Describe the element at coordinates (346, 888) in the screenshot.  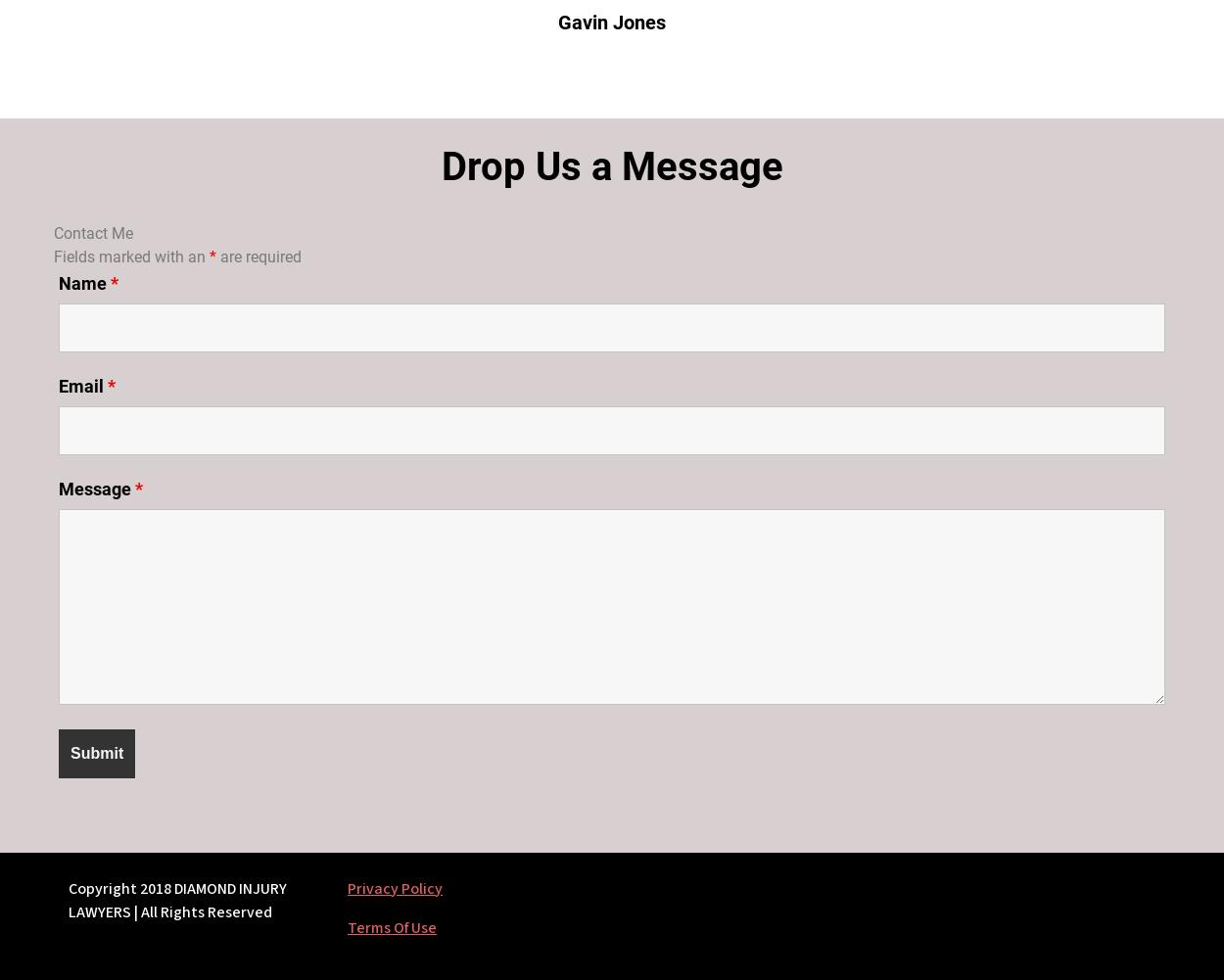
I see `'Privacy Policy'` at that location.